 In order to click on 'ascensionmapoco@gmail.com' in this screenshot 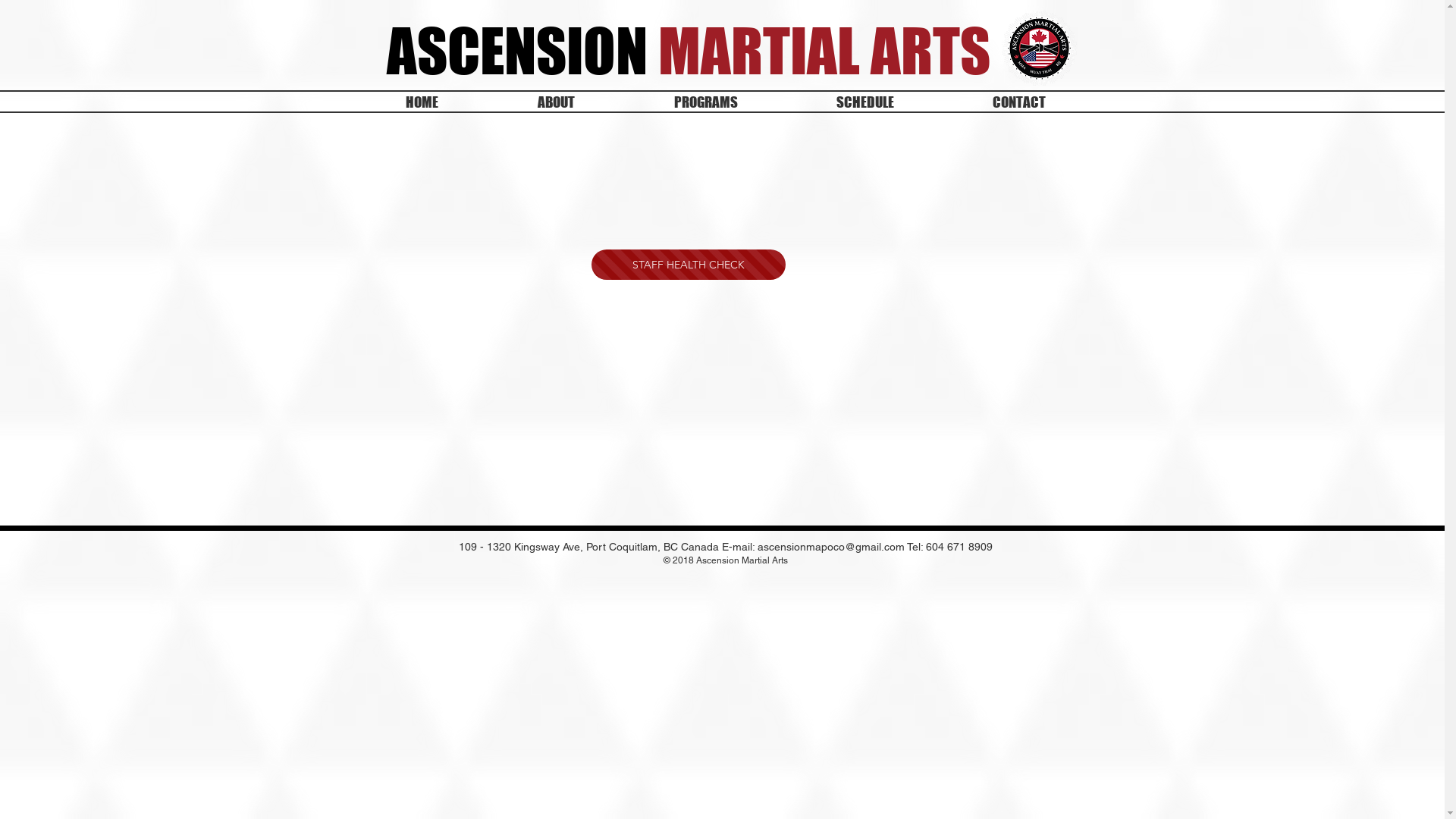, I will do `click(830, 547)`.